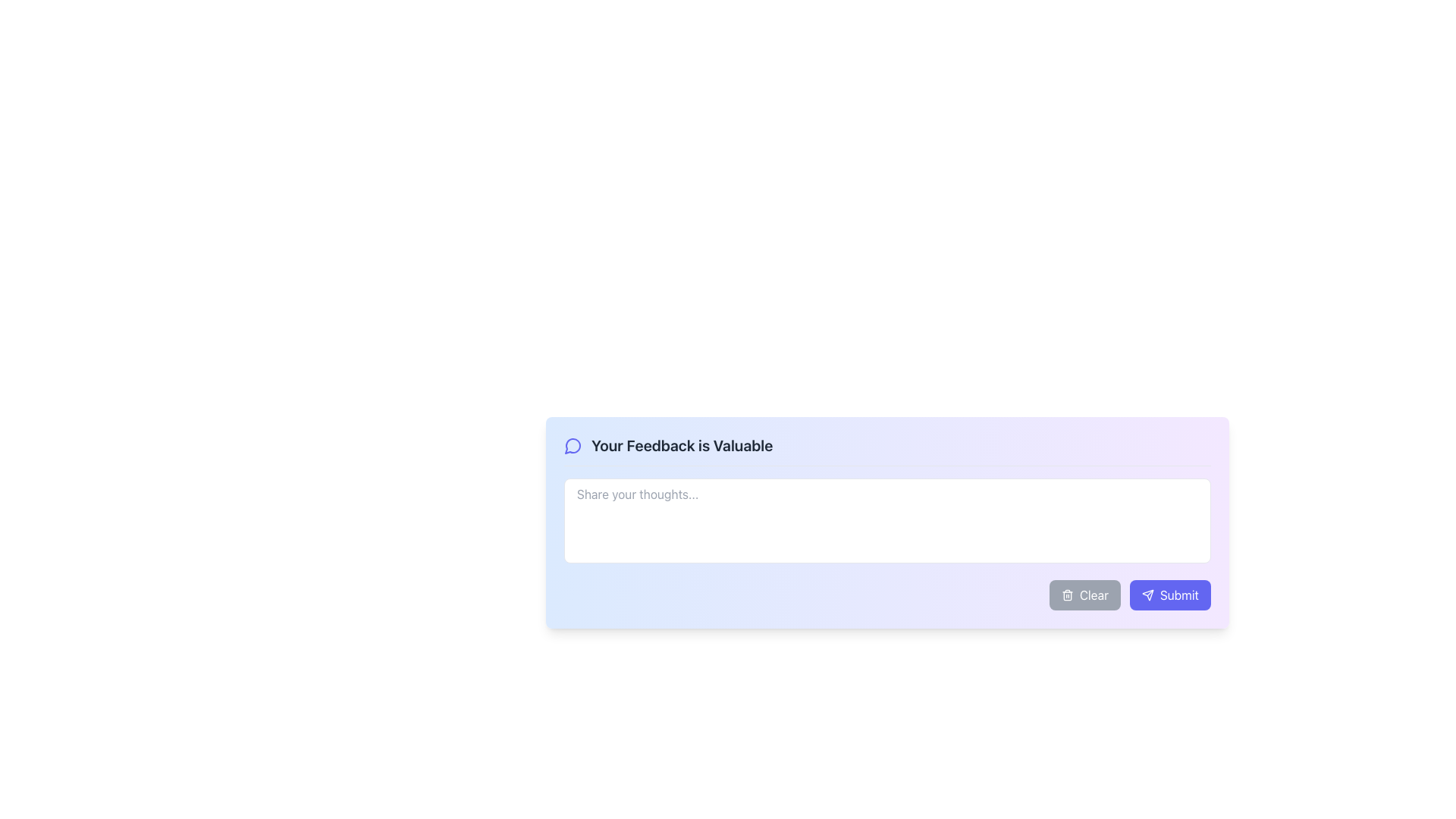  Describe the element at coordinates (1169, 595) in the screenshot. I see `the 'Submit' button with a purple background and white text, located at the bottom-right corner of the interface` at that location.